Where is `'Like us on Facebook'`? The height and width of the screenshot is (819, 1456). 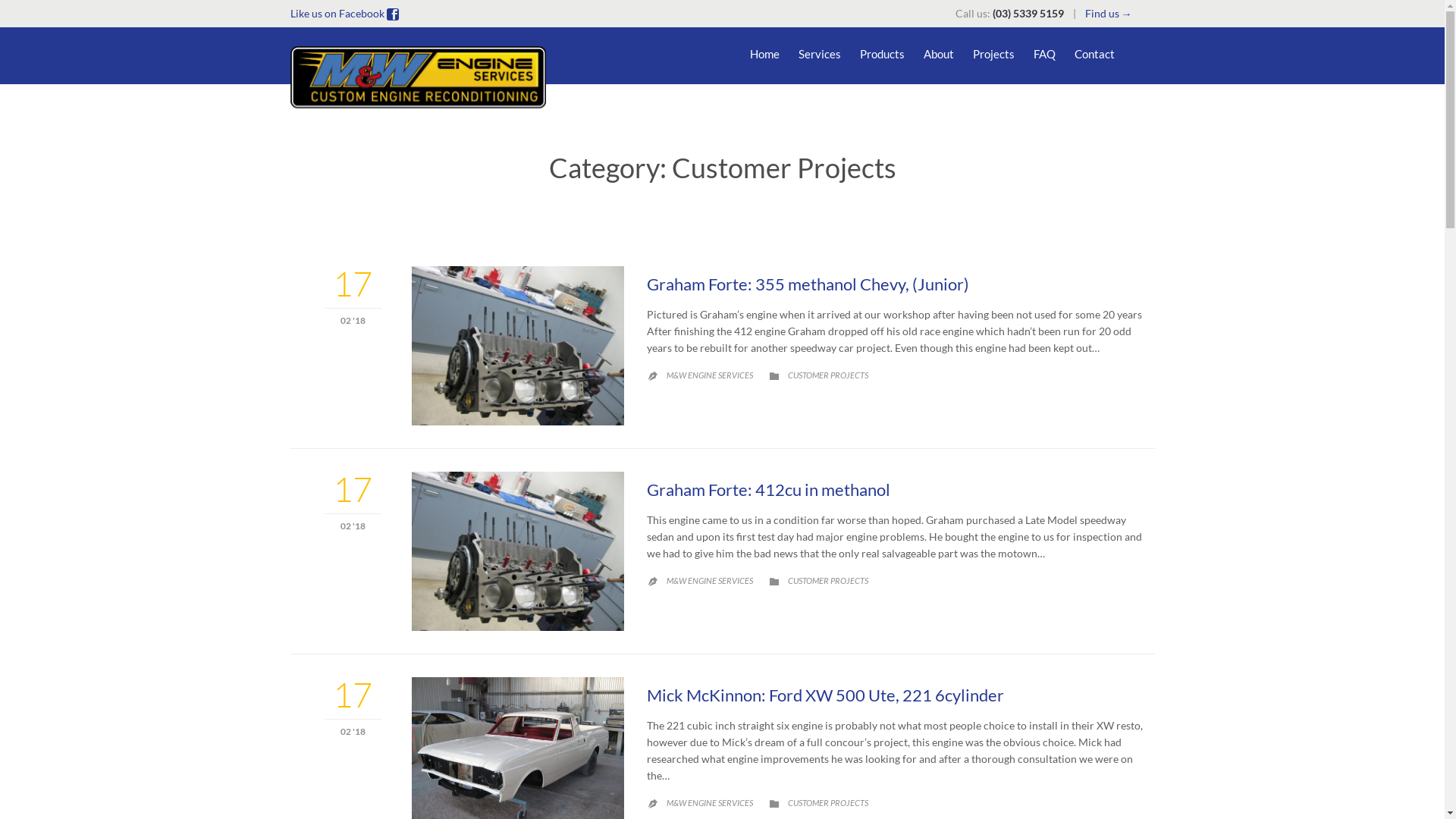
'Like us on Facebook' is located at coordinates (290, 13).